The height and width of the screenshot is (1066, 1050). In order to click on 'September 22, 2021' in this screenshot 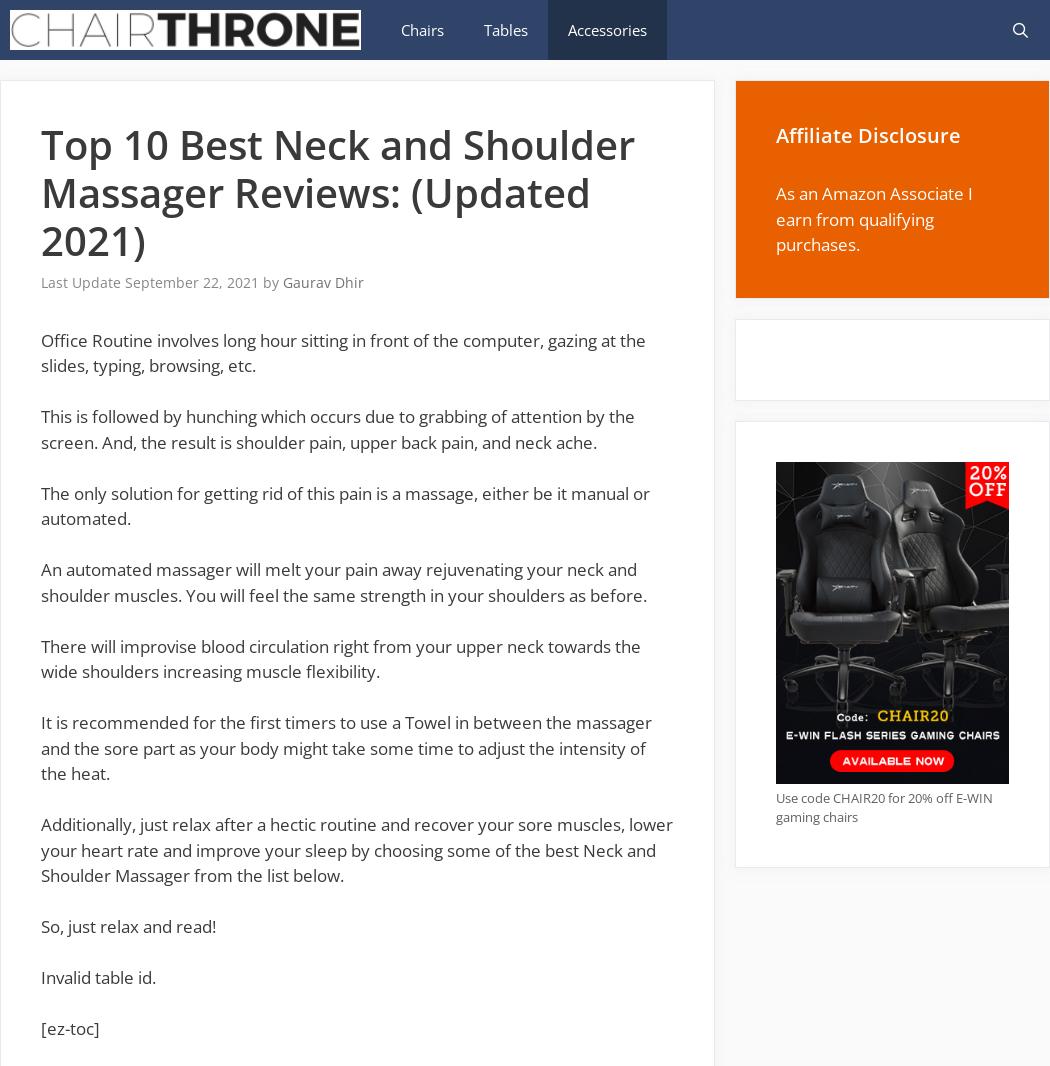, I will do `click(191, 282)`.